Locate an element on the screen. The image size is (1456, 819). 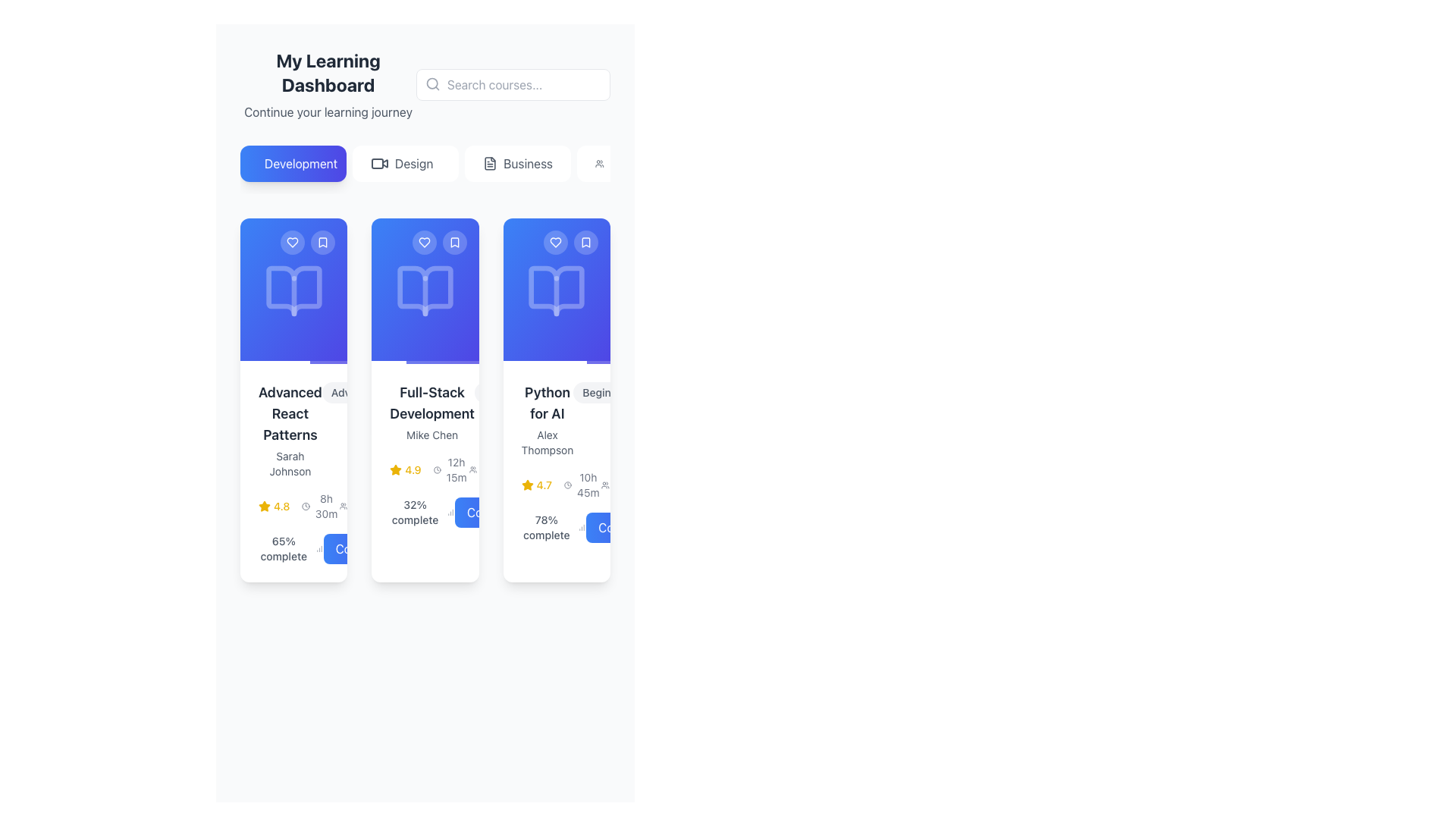
value of the Text label displaying the number '4.7' located within the third card of the course 'Python for AI', next to the star icon is located at coordinates (544, 485).